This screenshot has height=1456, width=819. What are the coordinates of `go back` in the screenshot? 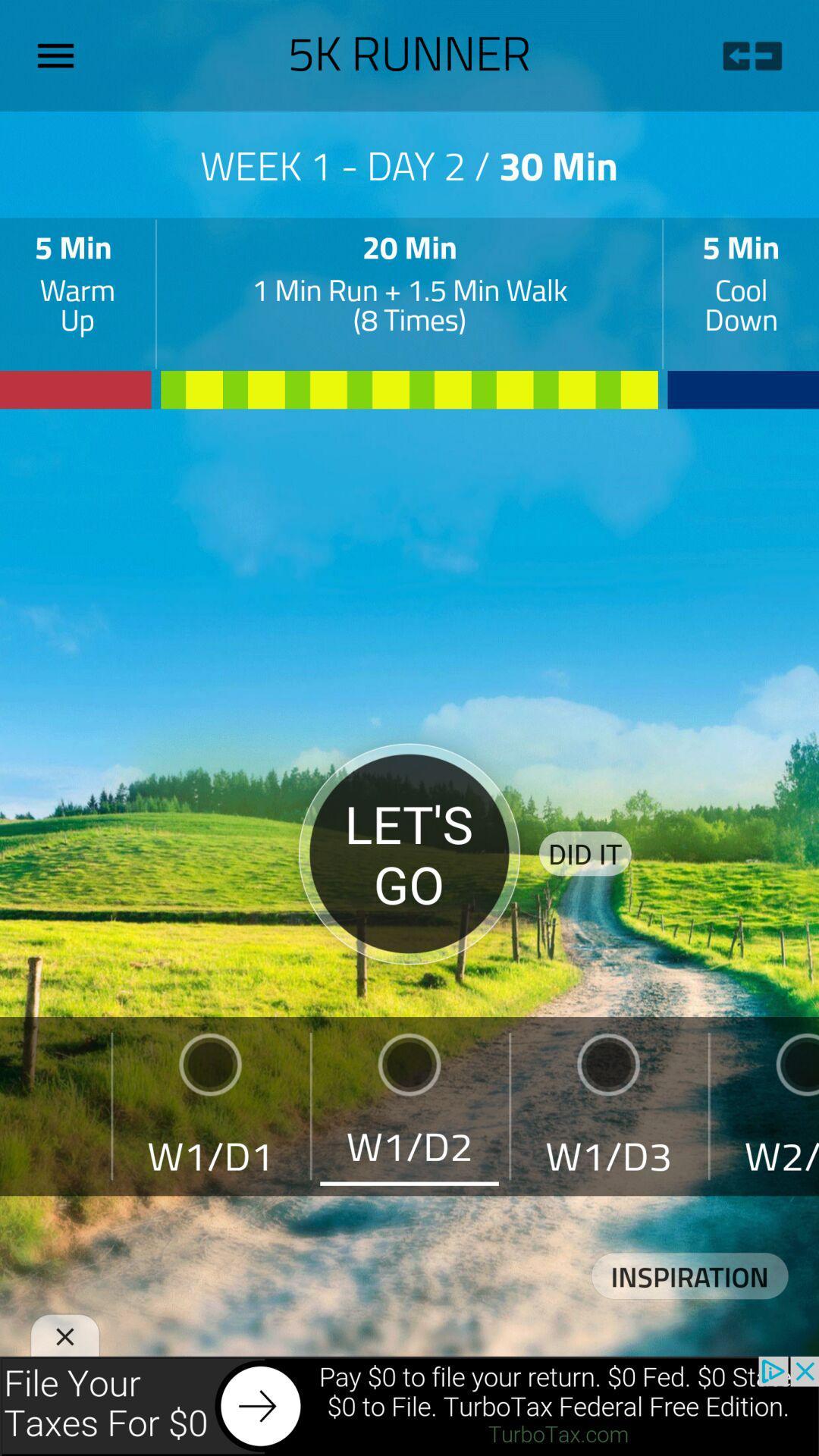 It's located at (752, 55).